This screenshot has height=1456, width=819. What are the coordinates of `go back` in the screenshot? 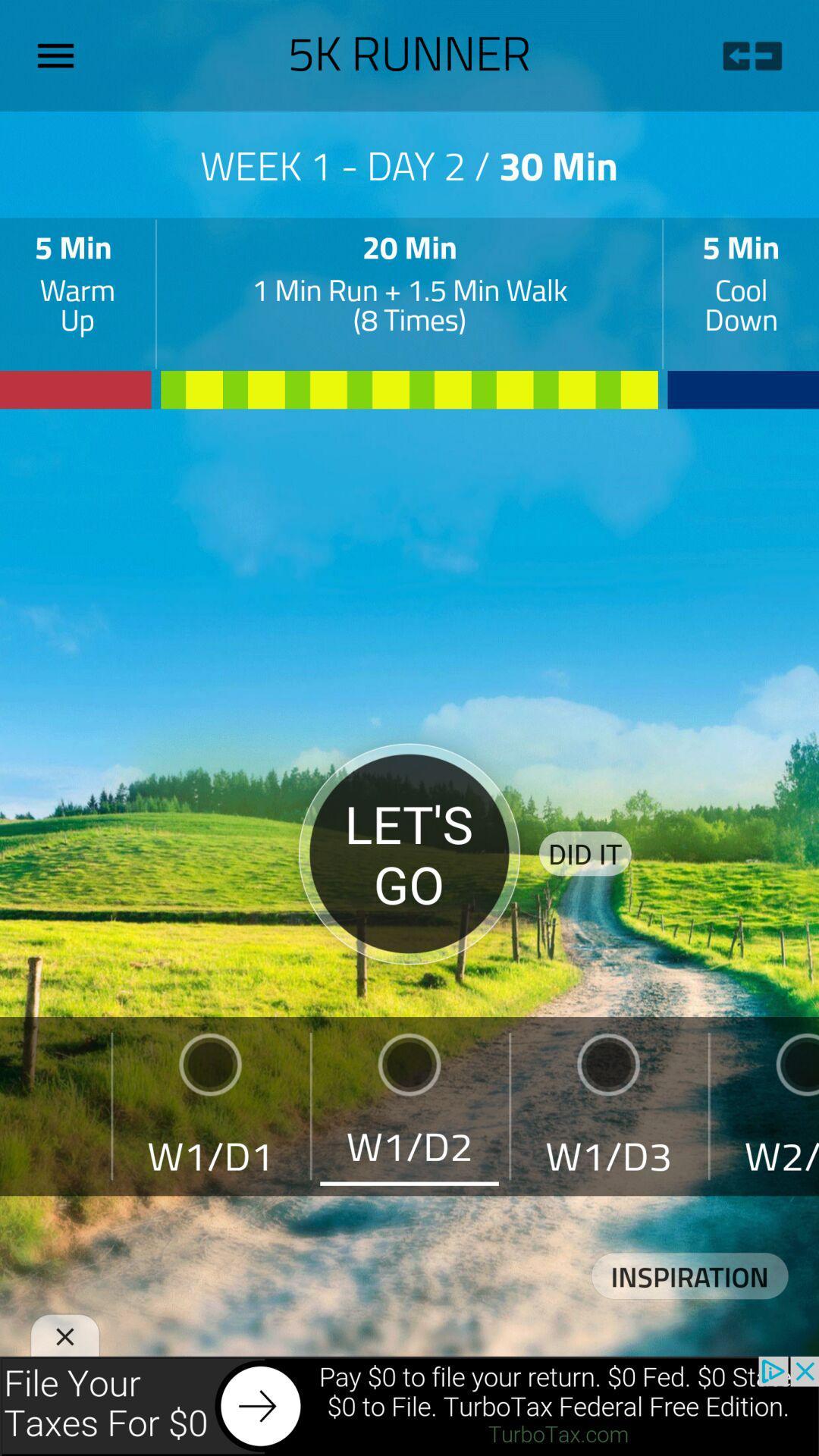 It's located at (752, 55).